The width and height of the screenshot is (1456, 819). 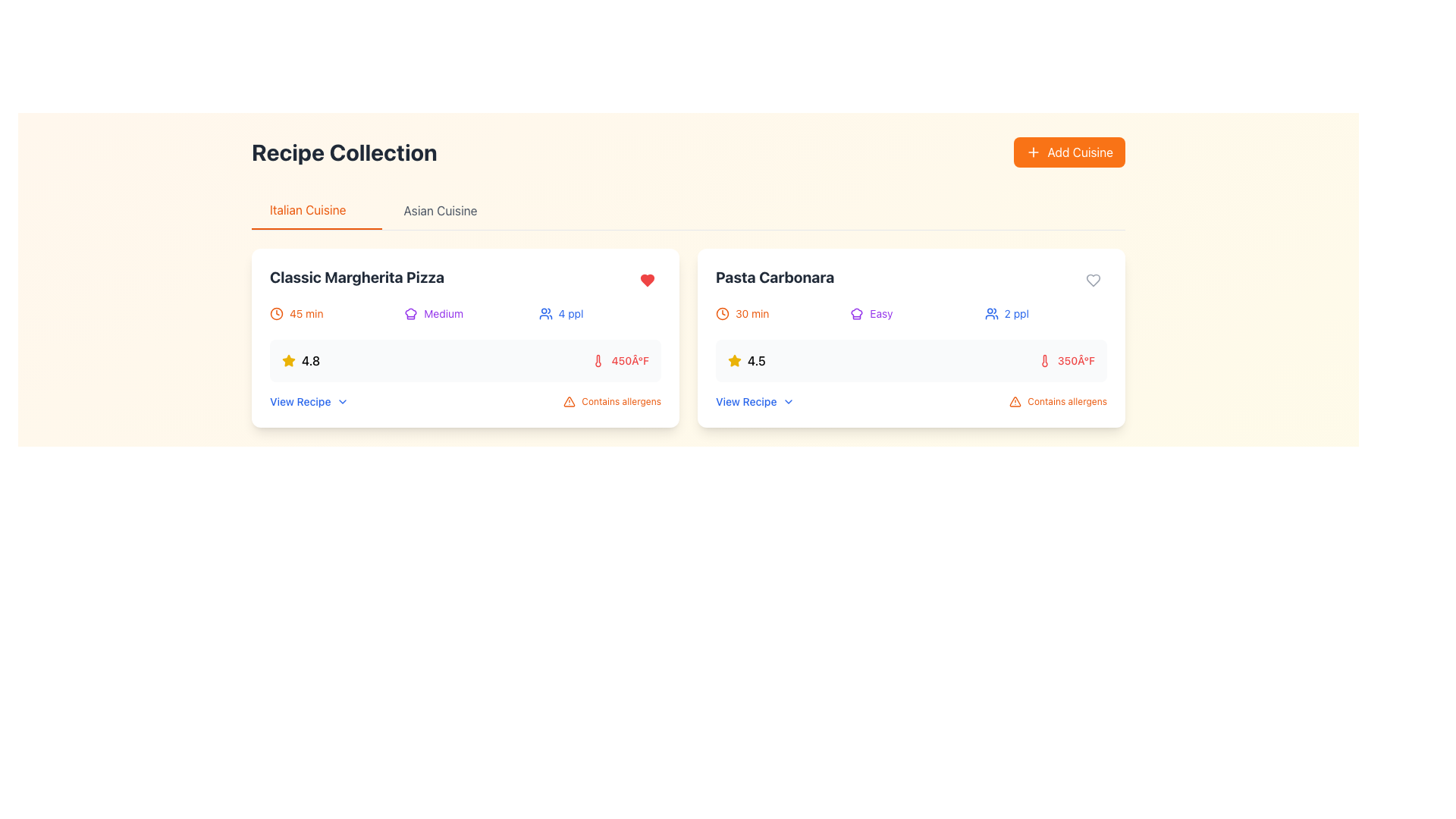 I want to click on the 'Add Cuisine' text label inside the orange button located towards the top-right of the interface, so click(x=1079, y=152).